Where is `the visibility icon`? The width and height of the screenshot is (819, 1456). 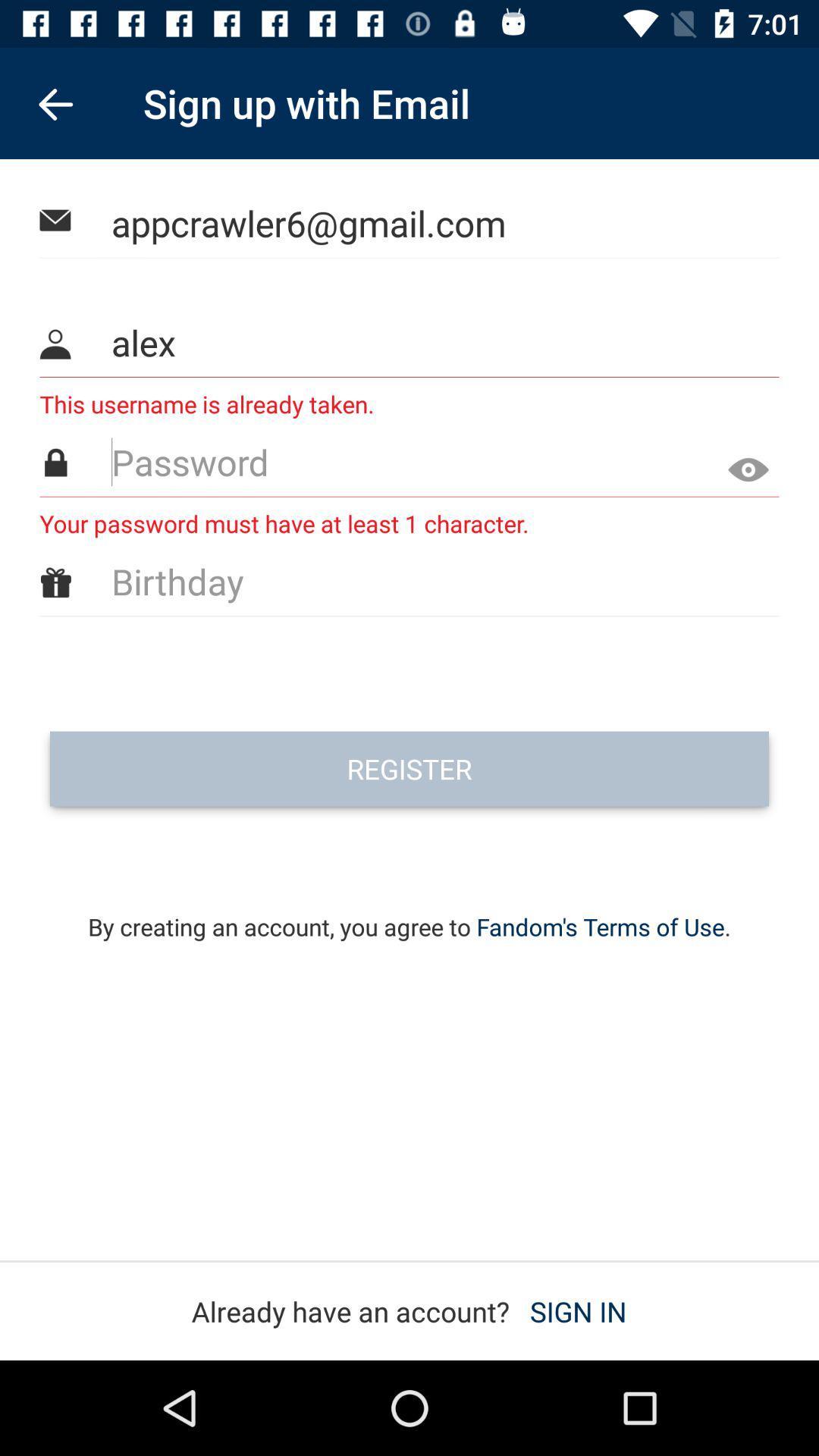
the visibility icon is located at coordinates (742, 464).